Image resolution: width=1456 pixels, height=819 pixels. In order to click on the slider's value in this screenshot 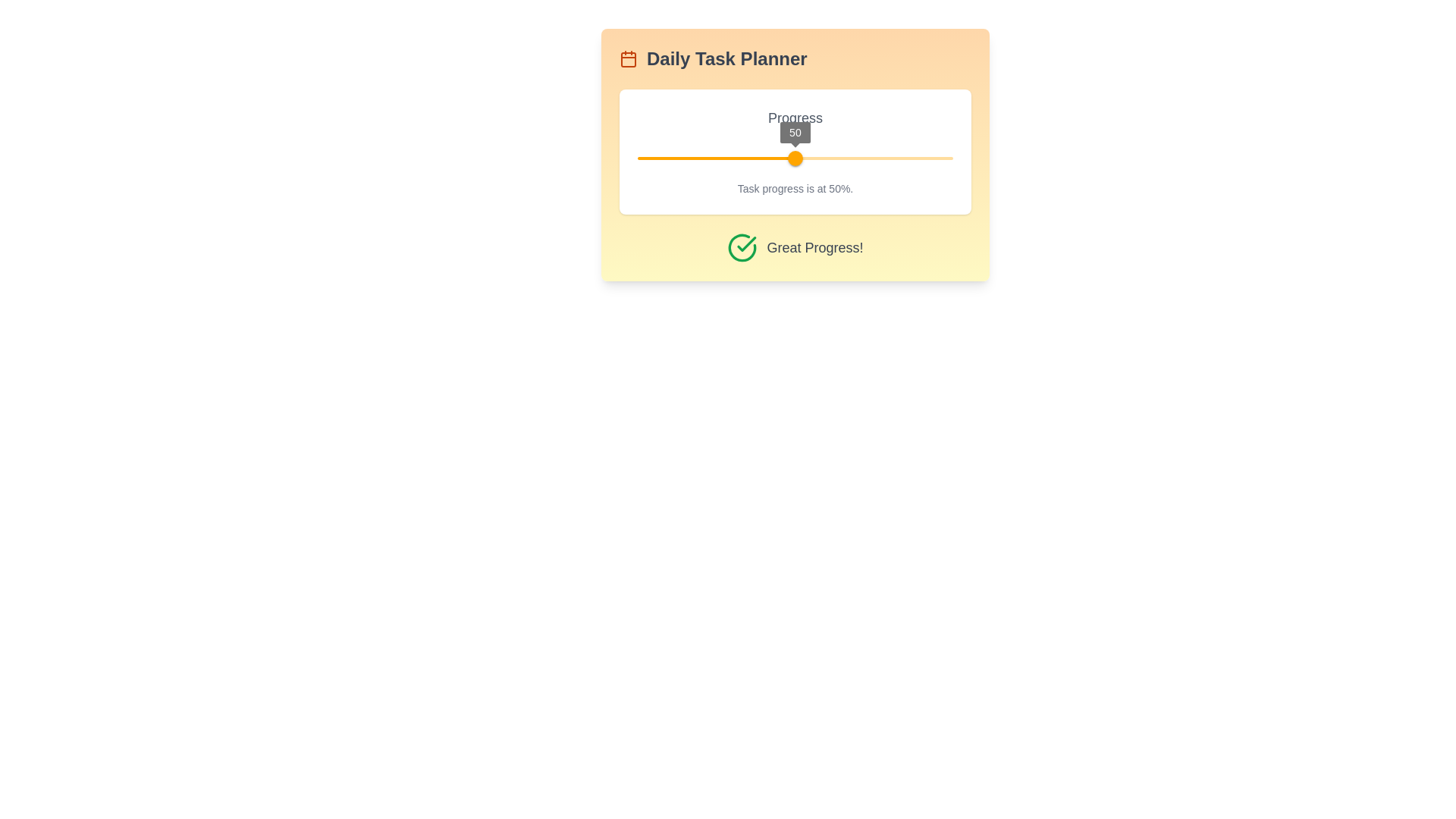, I will do `click(852, 158)`.